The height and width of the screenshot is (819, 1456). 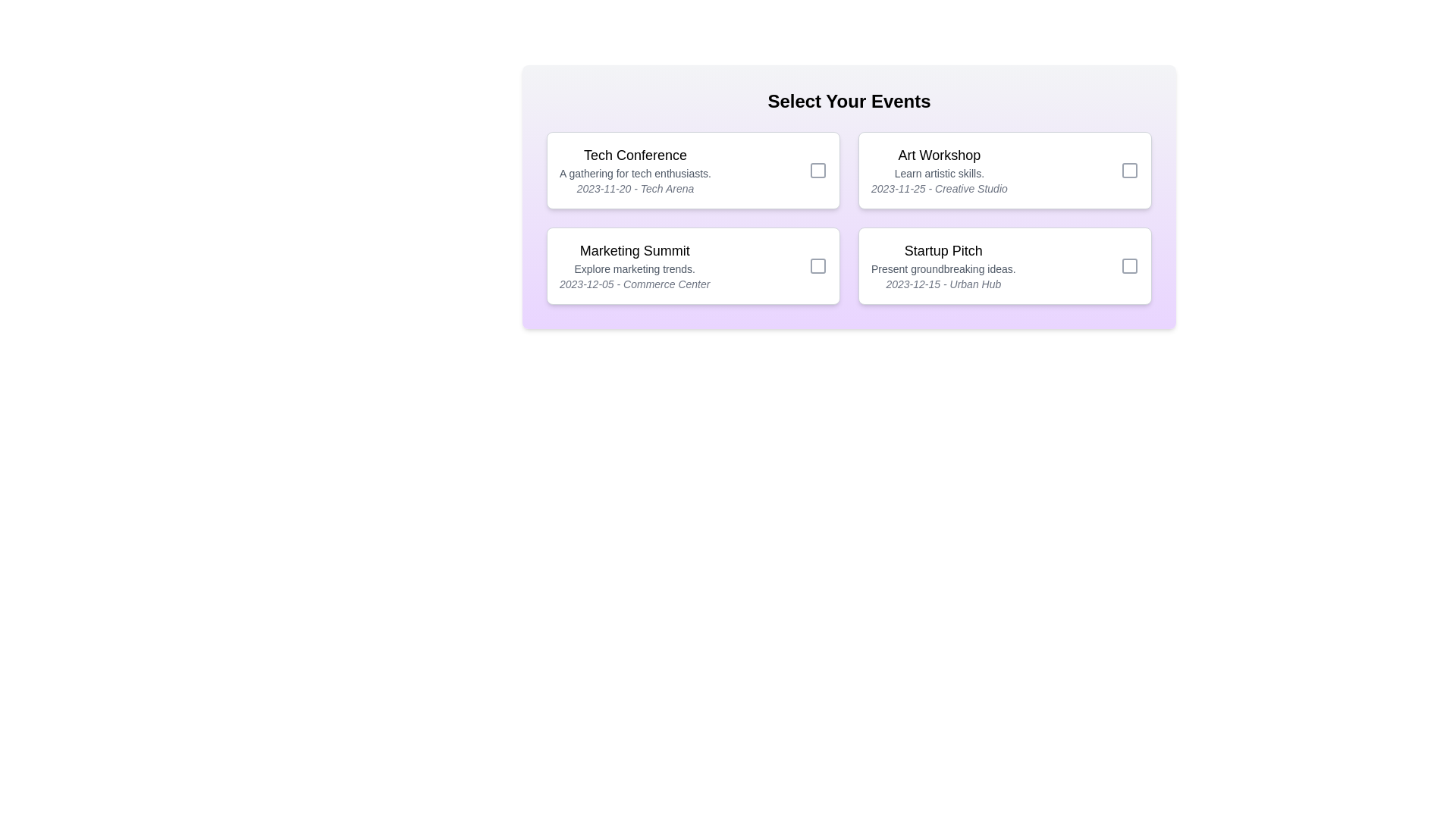 I want to click on the checkbox for the event Art Workshop, so click(x=1129, y=170).